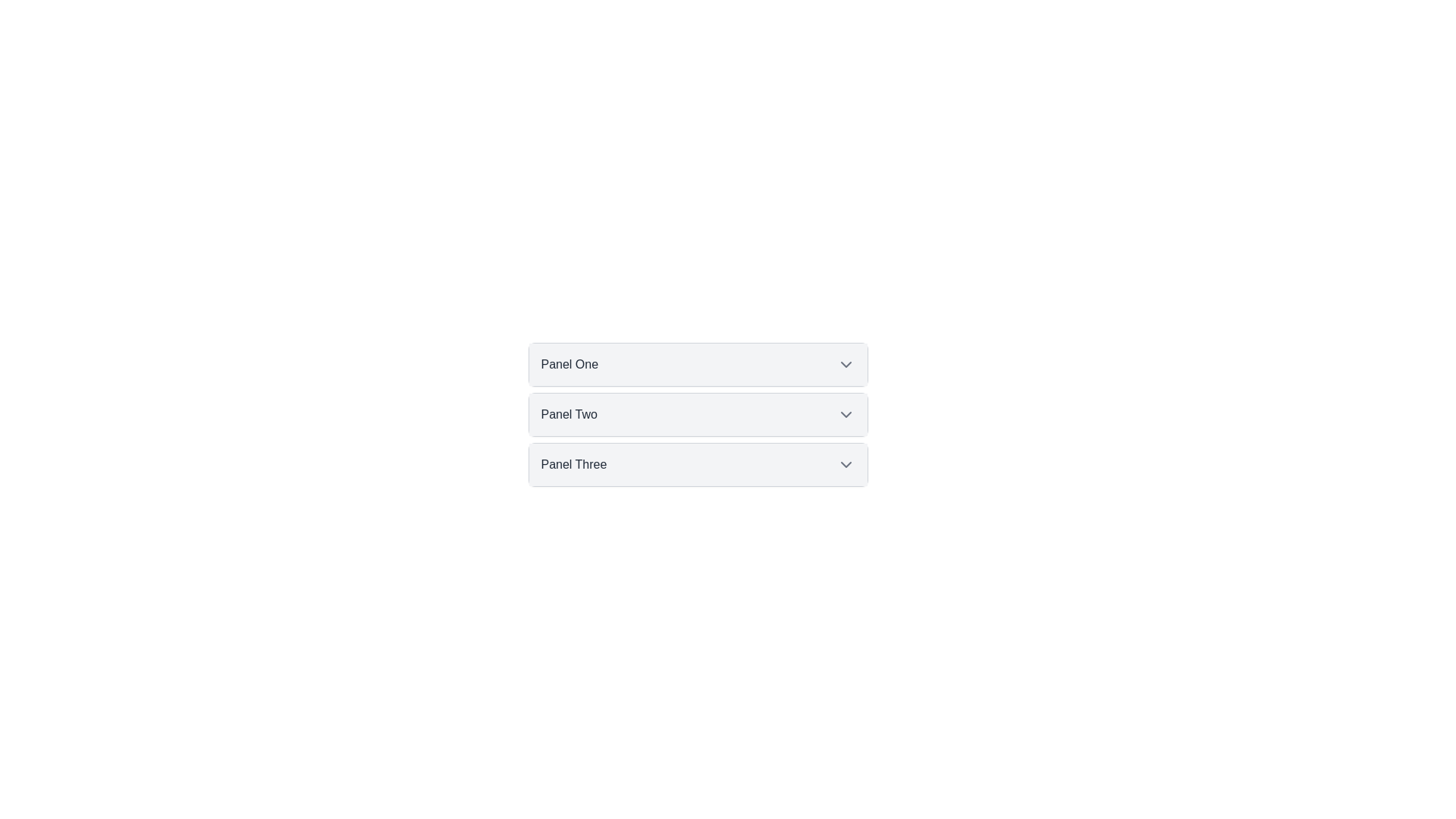 The width and height of the screenshot is (1456, 819). I want to click on the chevron-shaped icon, so click(845, 365).